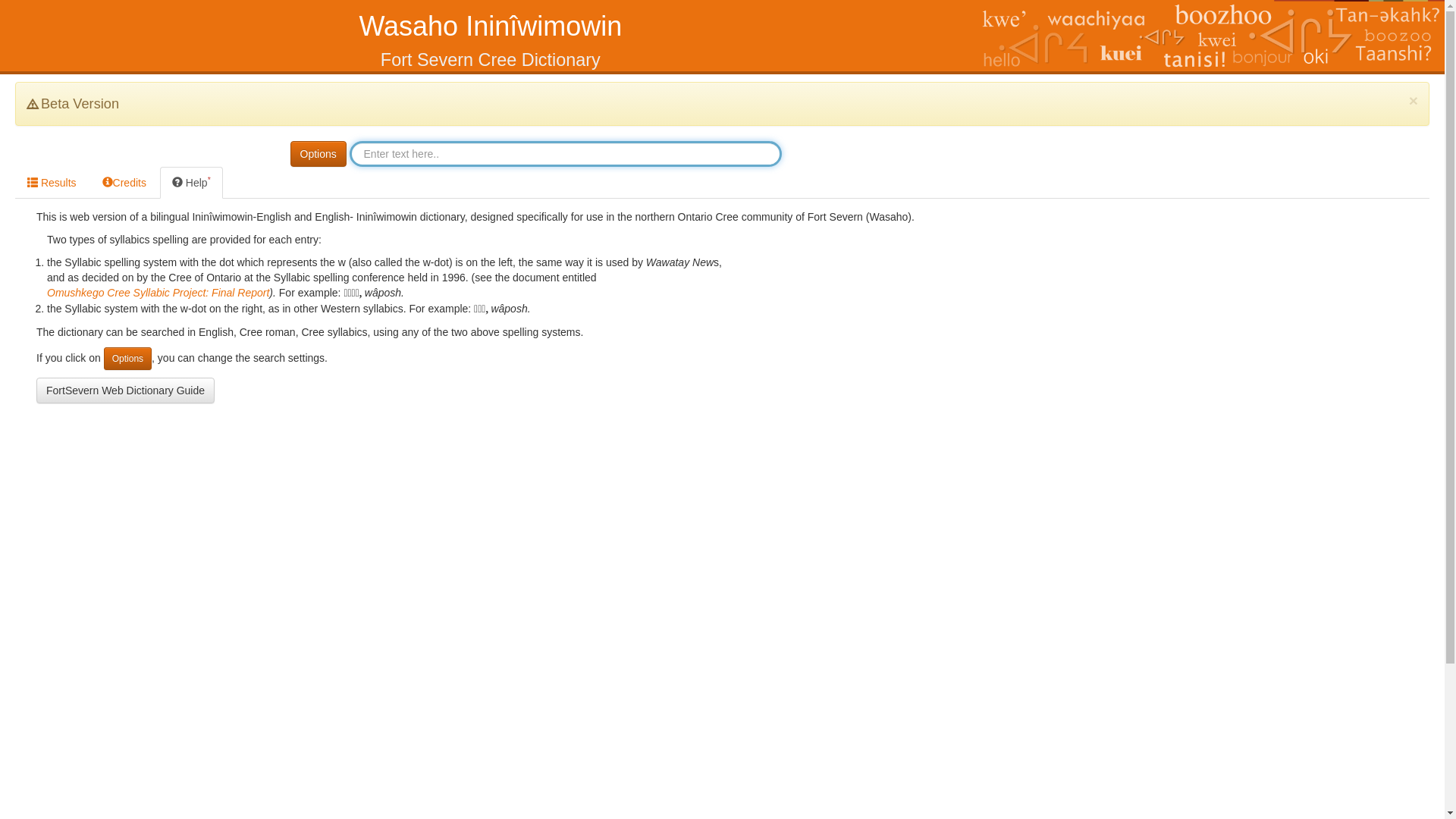  I want to click on 'Credits', so click(124, 181).